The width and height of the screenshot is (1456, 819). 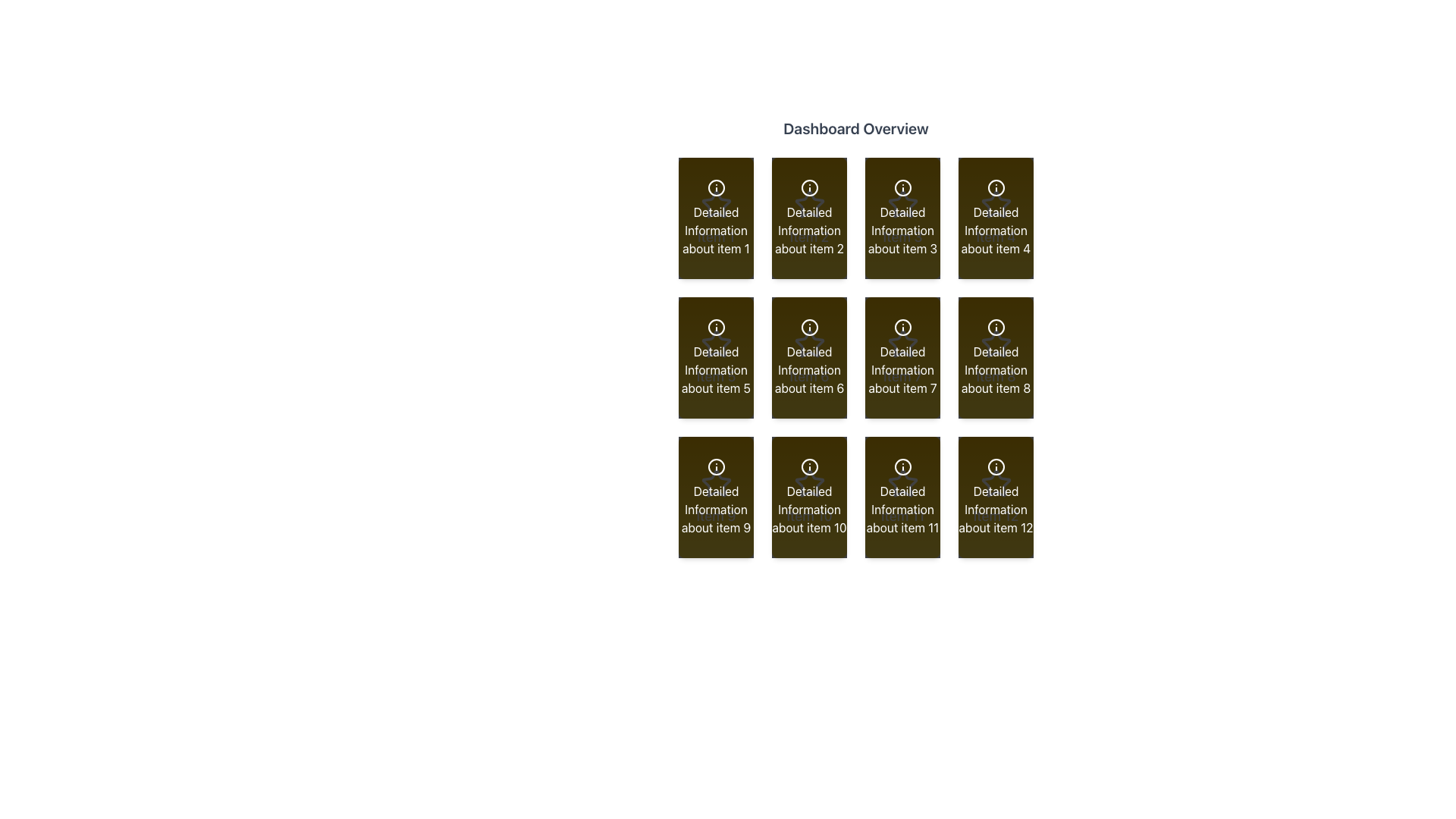 What do you see at coordinates (715, 483) in the screenshot?
I see `the decorative or functional icon located inside the ninth item of a 3x4 grid layout, positioned at the top of the card labeled 'Detailed Information about item 9'` at bounding box center [715, 483].